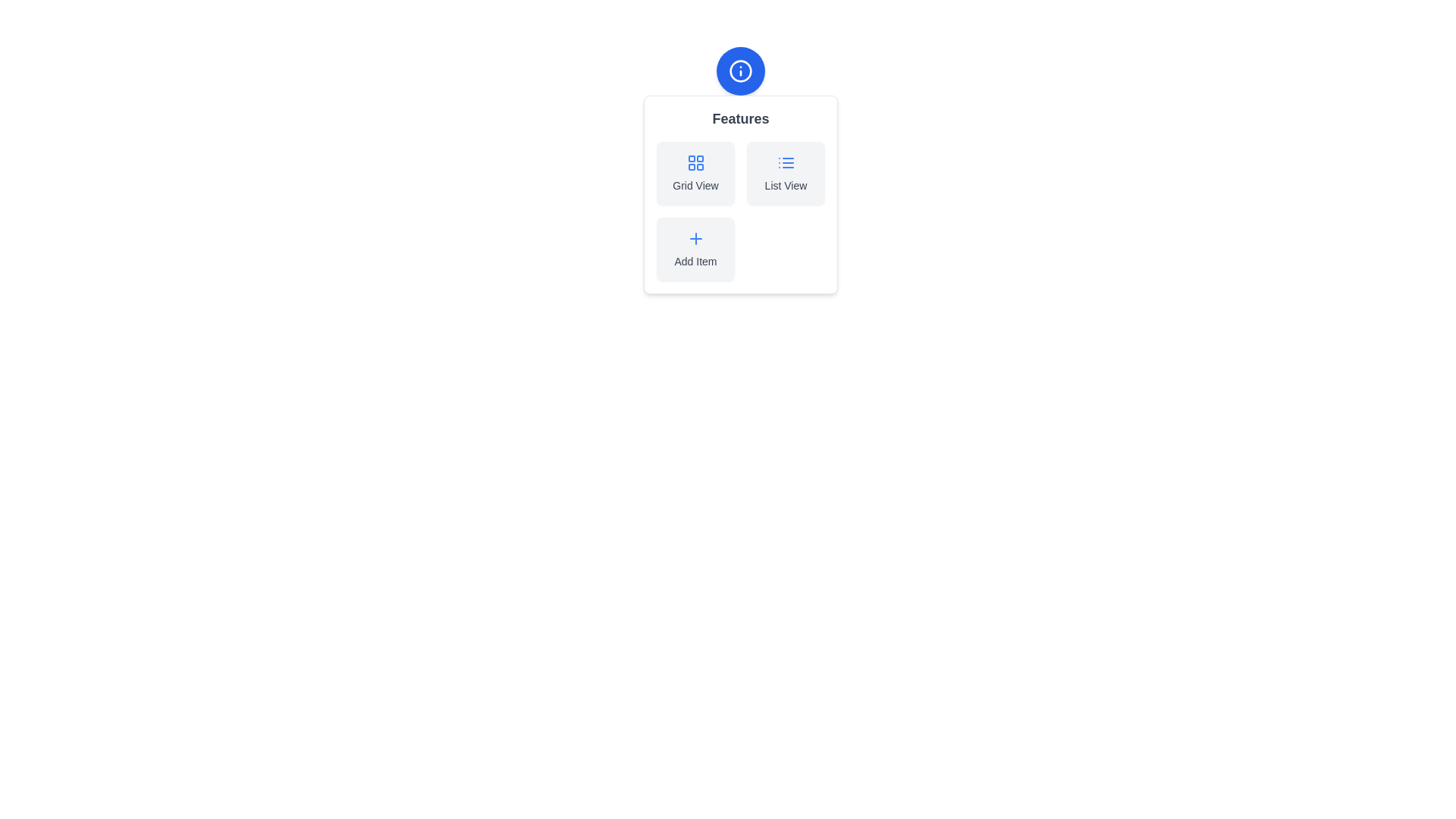 The width and height of the screenshot is (1456, 819). I want to click on the circular shape (SVG graphic component) that is the outermost circle within the blue circular icon, prominently located at the top center of the interface above the 'Features' buttons, so click(741, 71).